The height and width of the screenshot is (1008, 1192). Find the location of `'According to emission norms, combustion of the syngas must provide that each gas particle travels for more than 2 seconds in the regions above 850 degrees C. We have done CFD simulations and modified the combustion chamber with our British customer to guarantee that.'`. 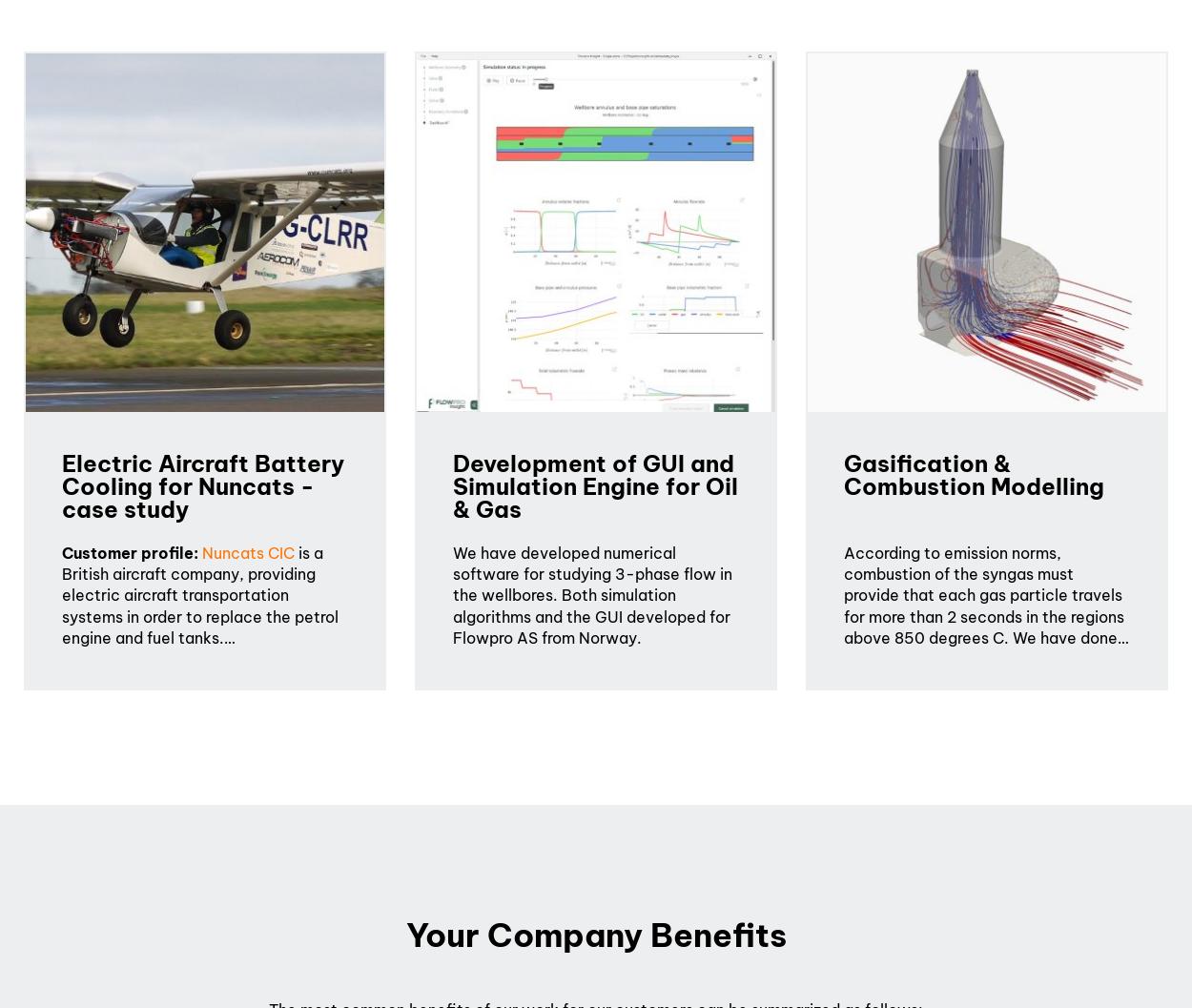

'According to emission norms, combustion of the syngas must provide that each gas particle travels for more than 2 seconds in the regions above 850 degrees C. We have done CFD simulations and modified the combustion chamber with our British customer to guarantee that.' is located at coordinates (984, 627).